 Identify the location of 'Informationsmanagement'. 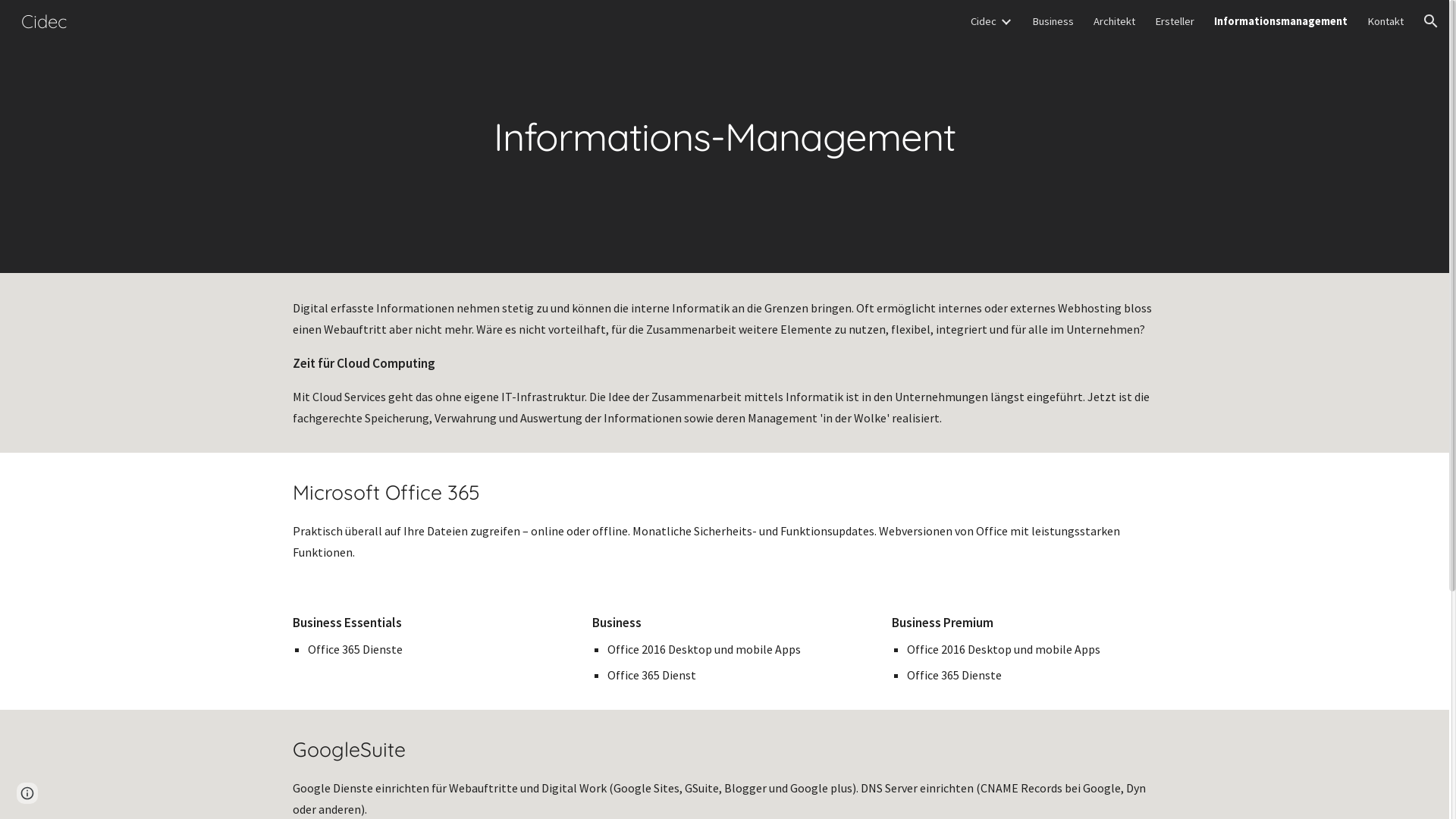
(1214, 20).